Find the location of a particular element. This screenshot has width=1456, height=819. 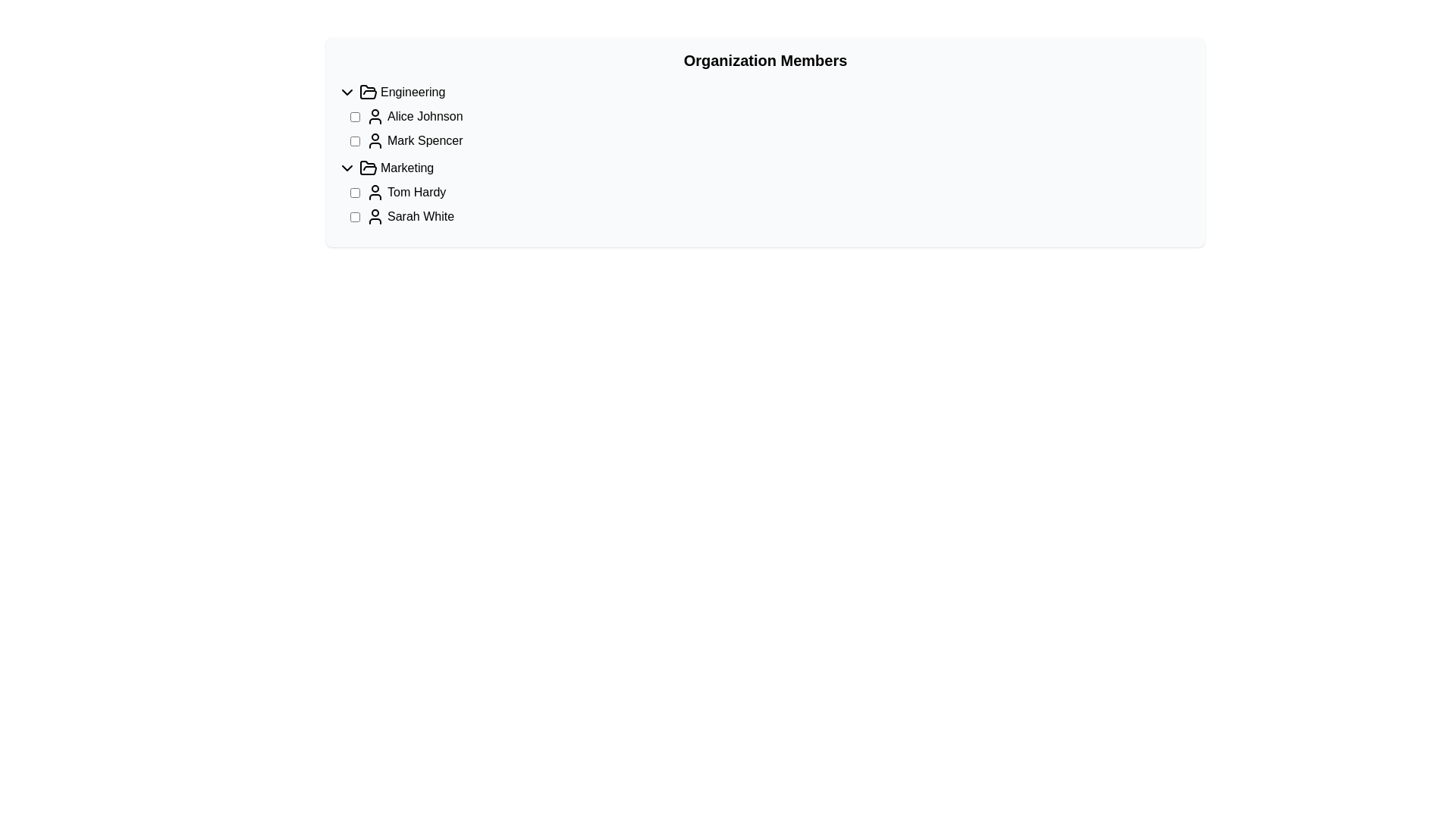

the user icon representing 'Sarah White' located in the 'Marketing' section of the 'Organization Members' list, positioned to the left of the text 'Sarah White' is located at coordinates (375, 216).